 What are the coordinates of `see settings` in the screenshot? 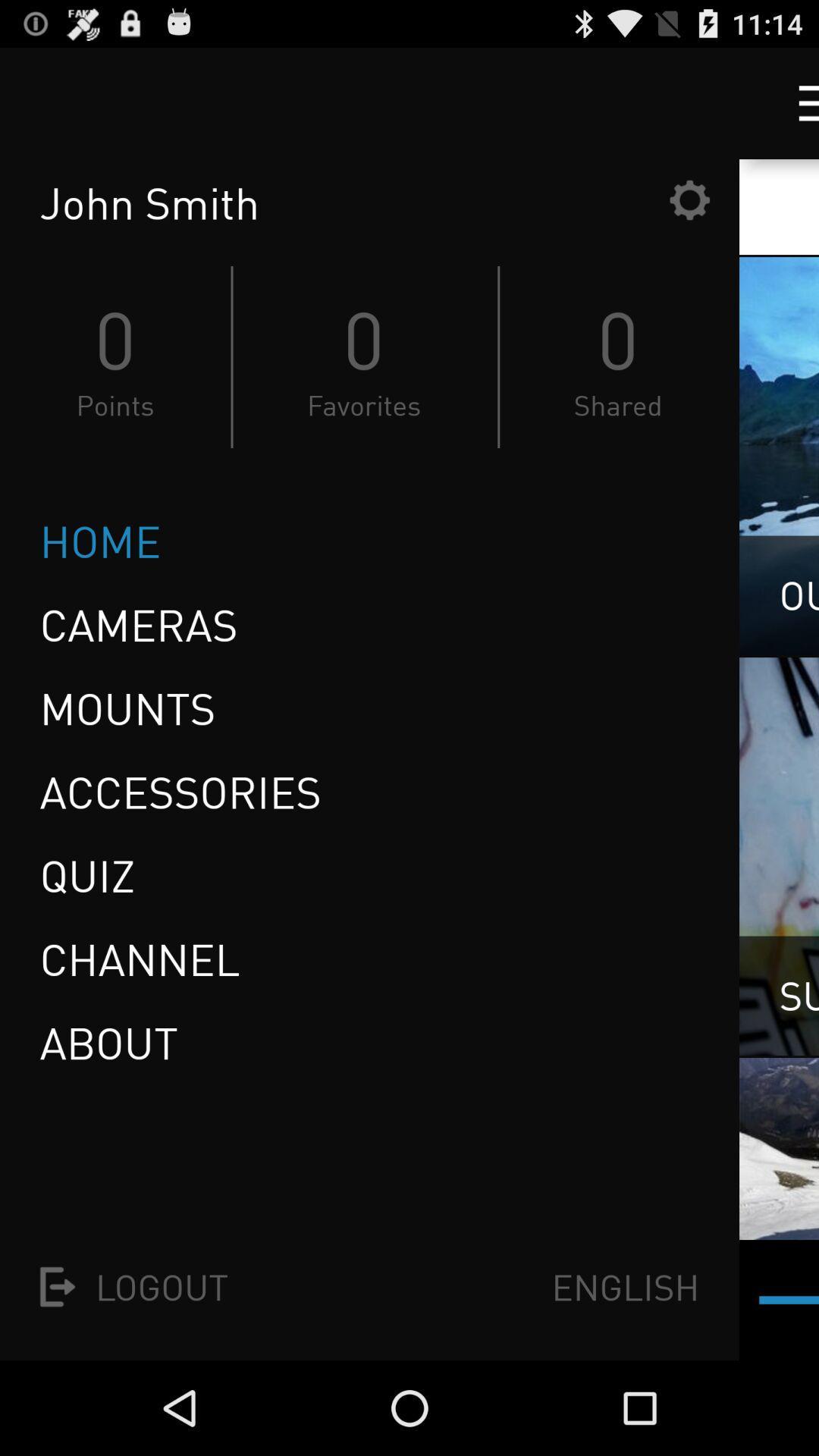 It's located at (689, 199).